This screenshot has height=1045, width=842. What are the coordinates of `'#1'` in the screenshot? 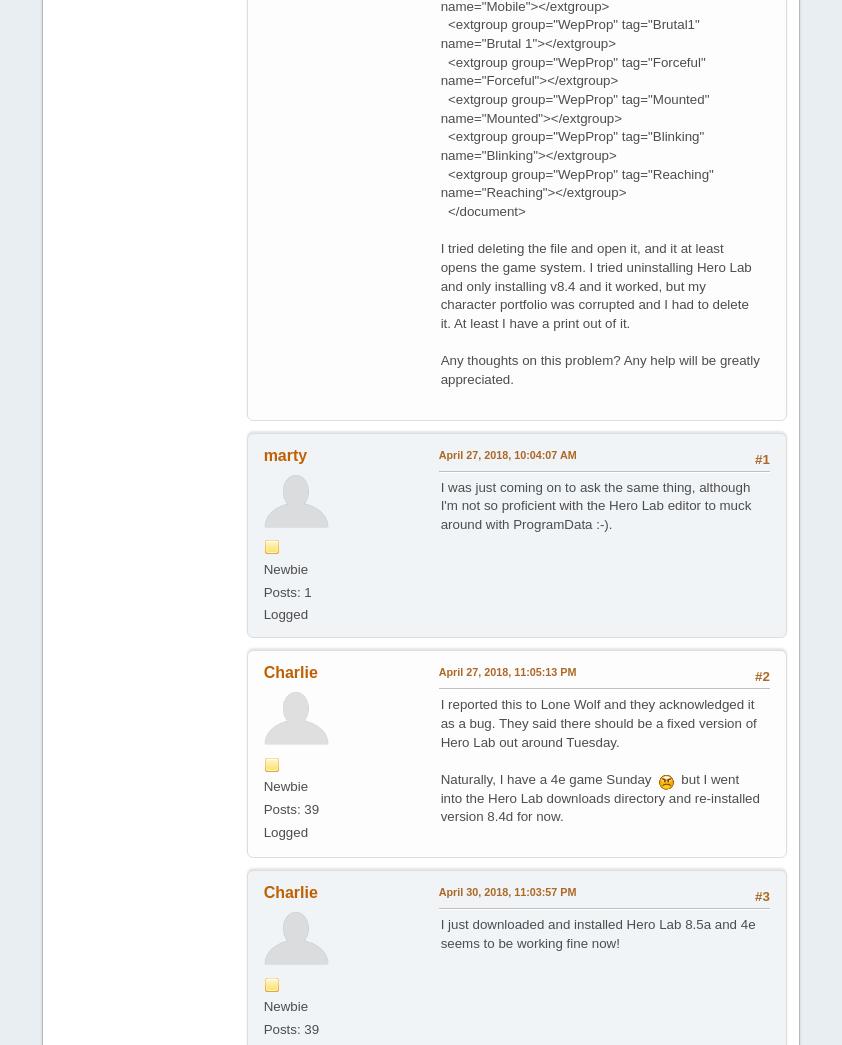 It's located at (762, 458).